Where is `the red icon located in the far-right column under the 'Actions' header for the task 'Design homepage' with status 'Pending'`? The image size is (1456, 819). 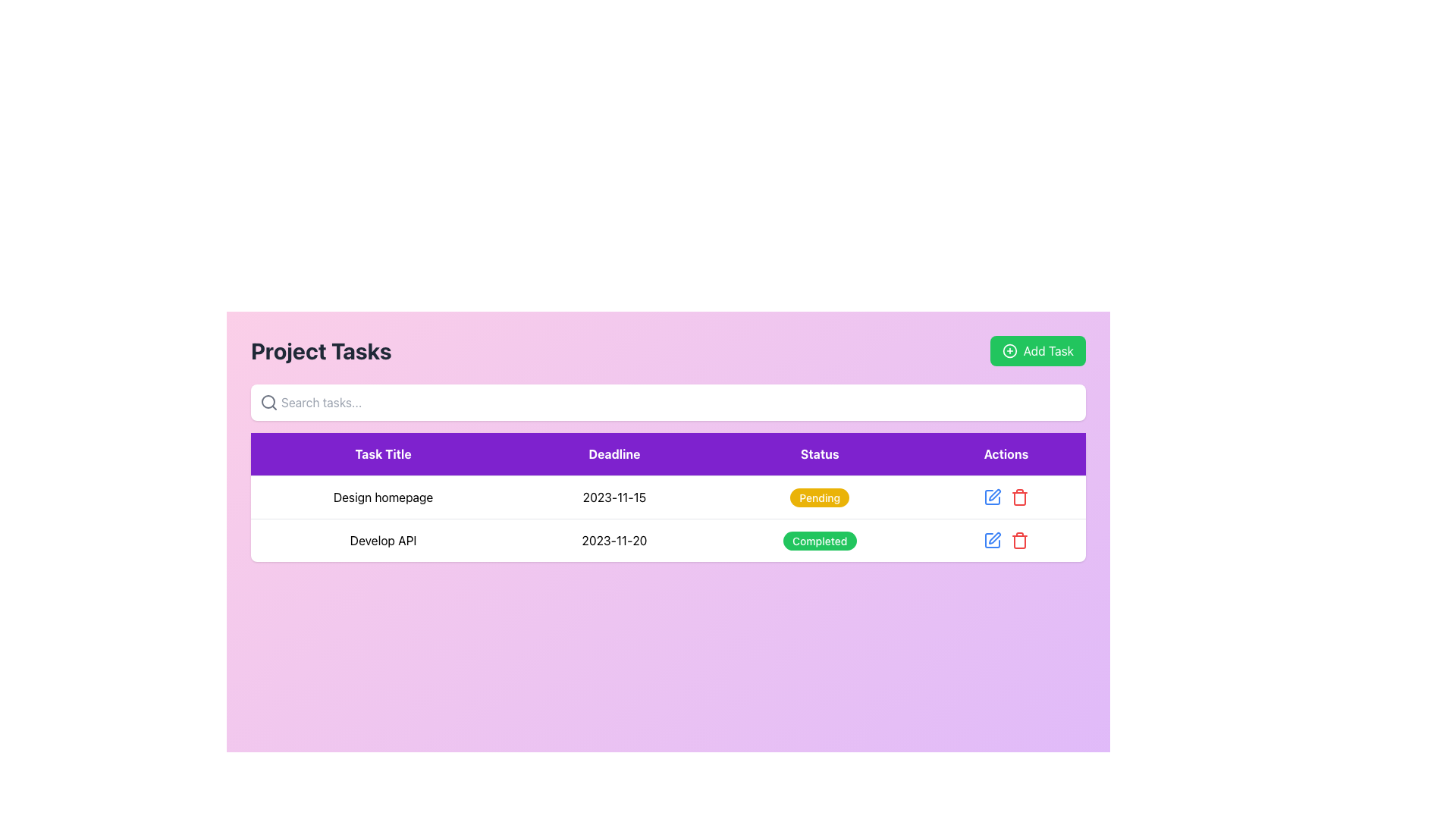 the red icon located in the far-right column under the 'Actions' header for the task 'Design homepage' with status 'Pending' is located at coordinates (1006, 497).